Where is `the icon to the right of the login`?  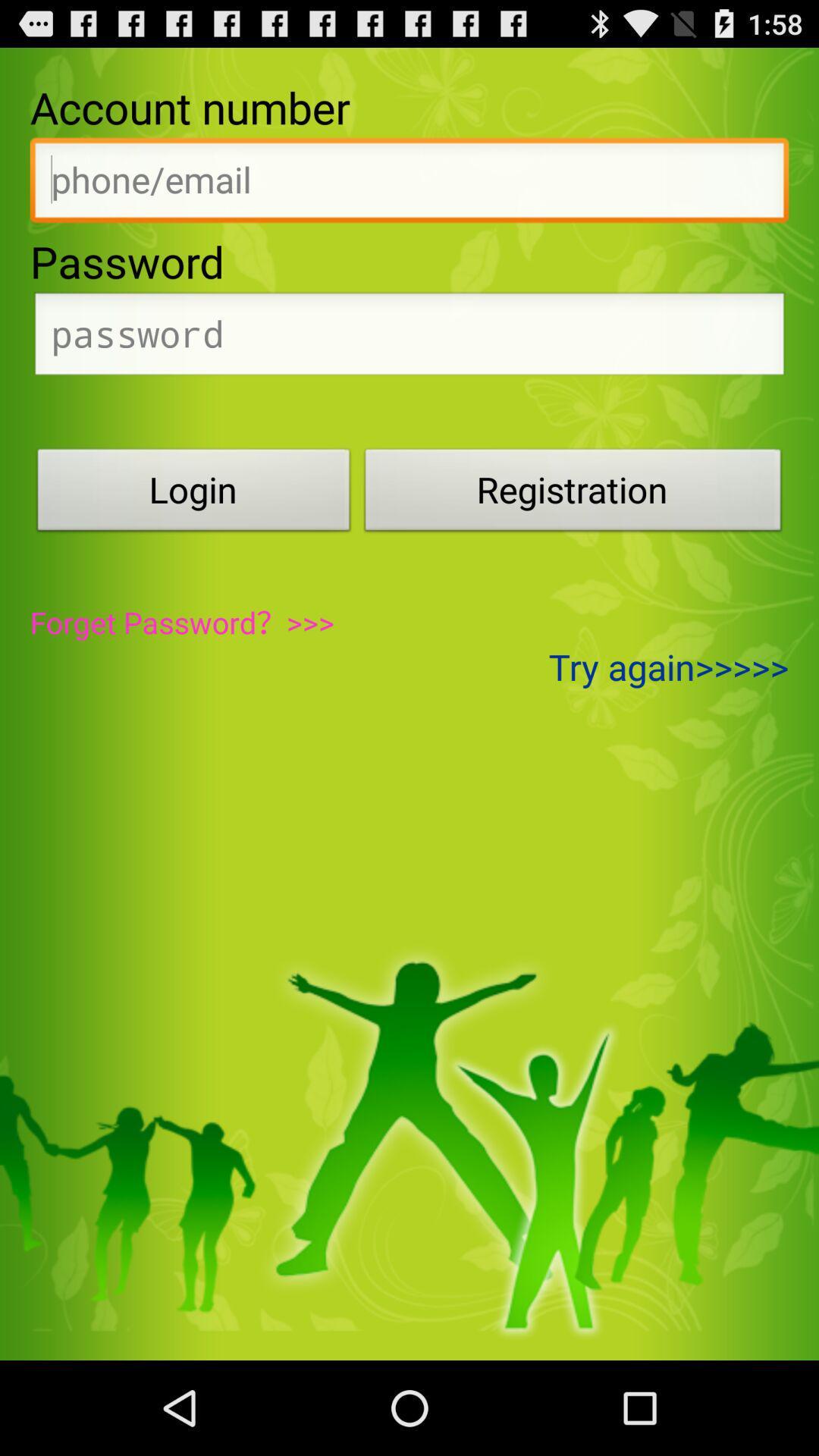
the icon to the right of the login is located at coordinates (573, 494).